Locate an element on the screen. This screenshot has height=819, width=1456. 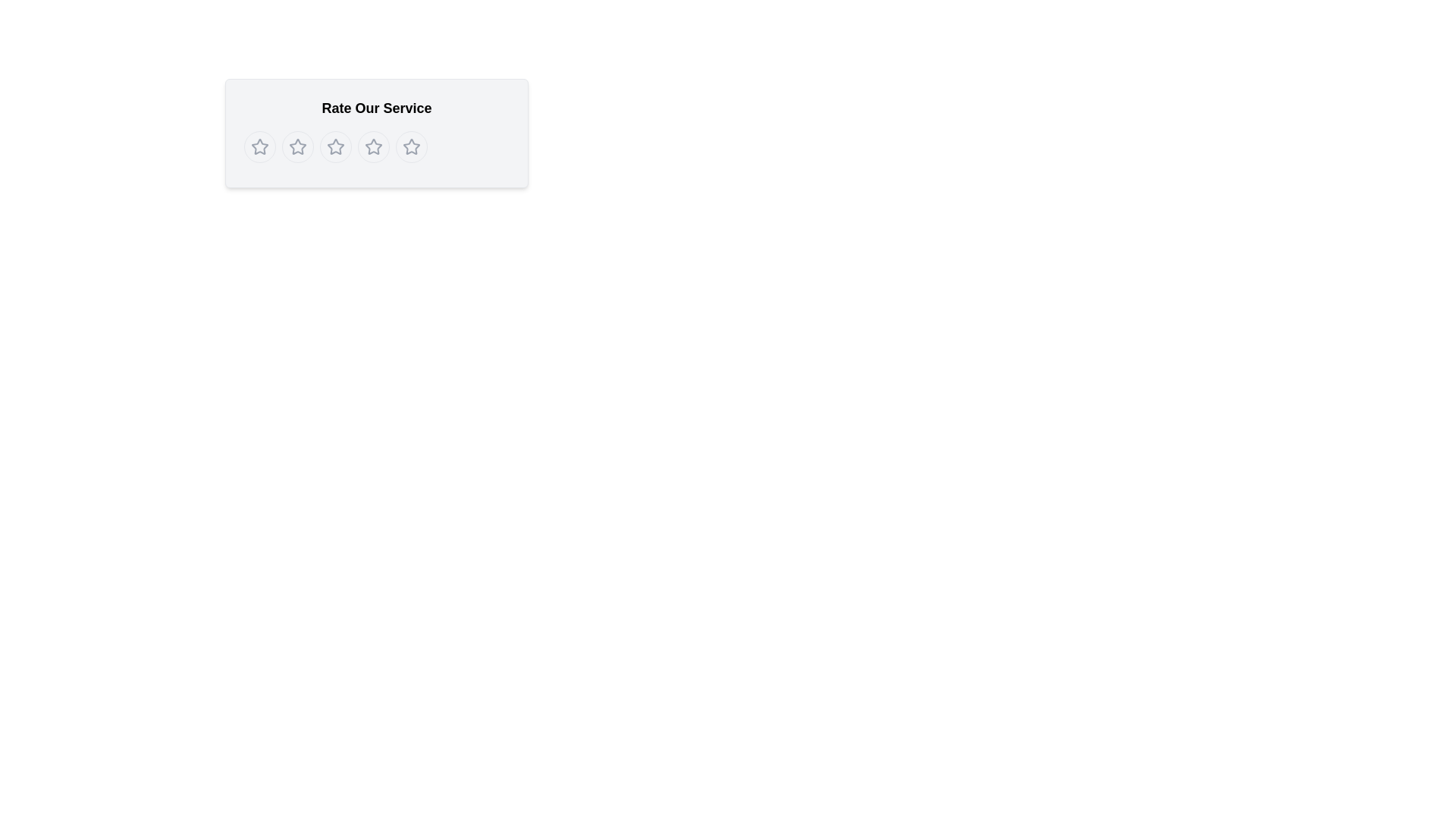
the fifth star icon with a gray outline located at the rightmost position of a horizontal row of star icons under the 'Rate Our Service' heading is located at coordinates (411, 146).